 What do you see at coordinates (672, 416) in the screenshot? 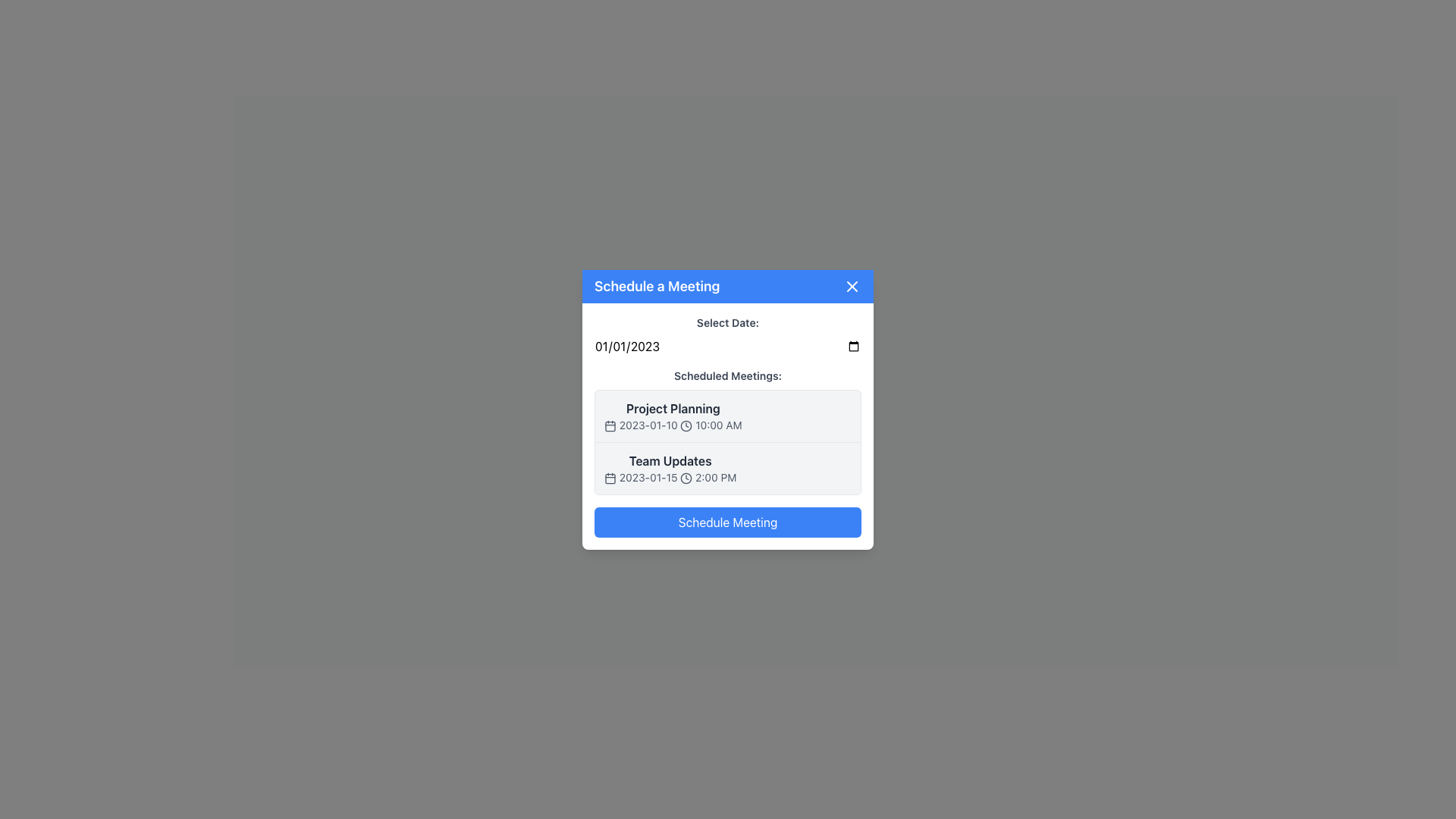
I see `the 'Project Planning' meeting detail element, which includes the title in bold and the datetime with adjacent calendar and clock icons, located in the 'Scheduled Meetings' section of the modal dialog box titled 'Schedule a Meeting'` at bounding box center [672, 416].